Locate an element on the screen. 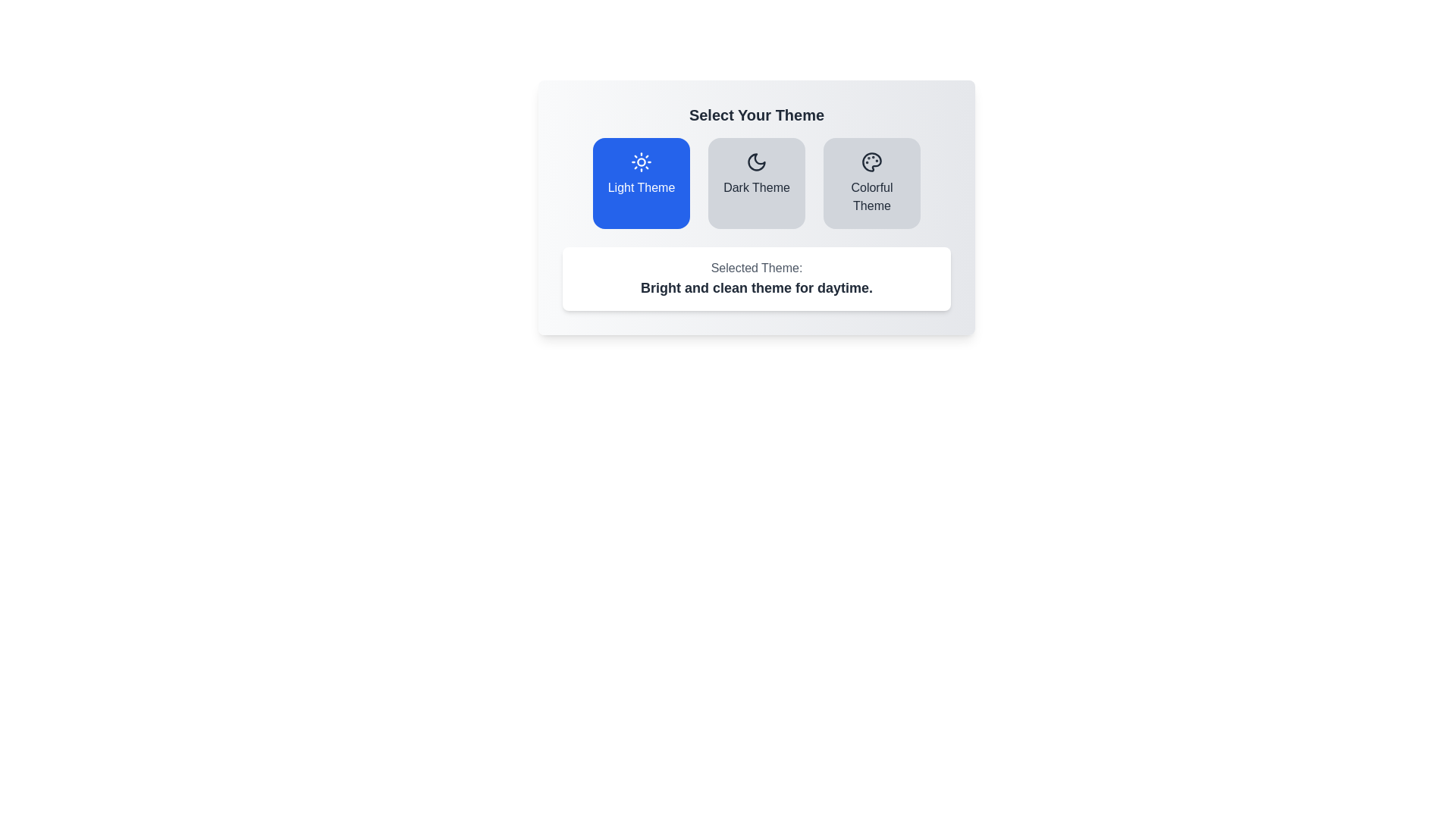  the theme Light Theme by clicking its corresponding button is located at coordinates (641, 183).